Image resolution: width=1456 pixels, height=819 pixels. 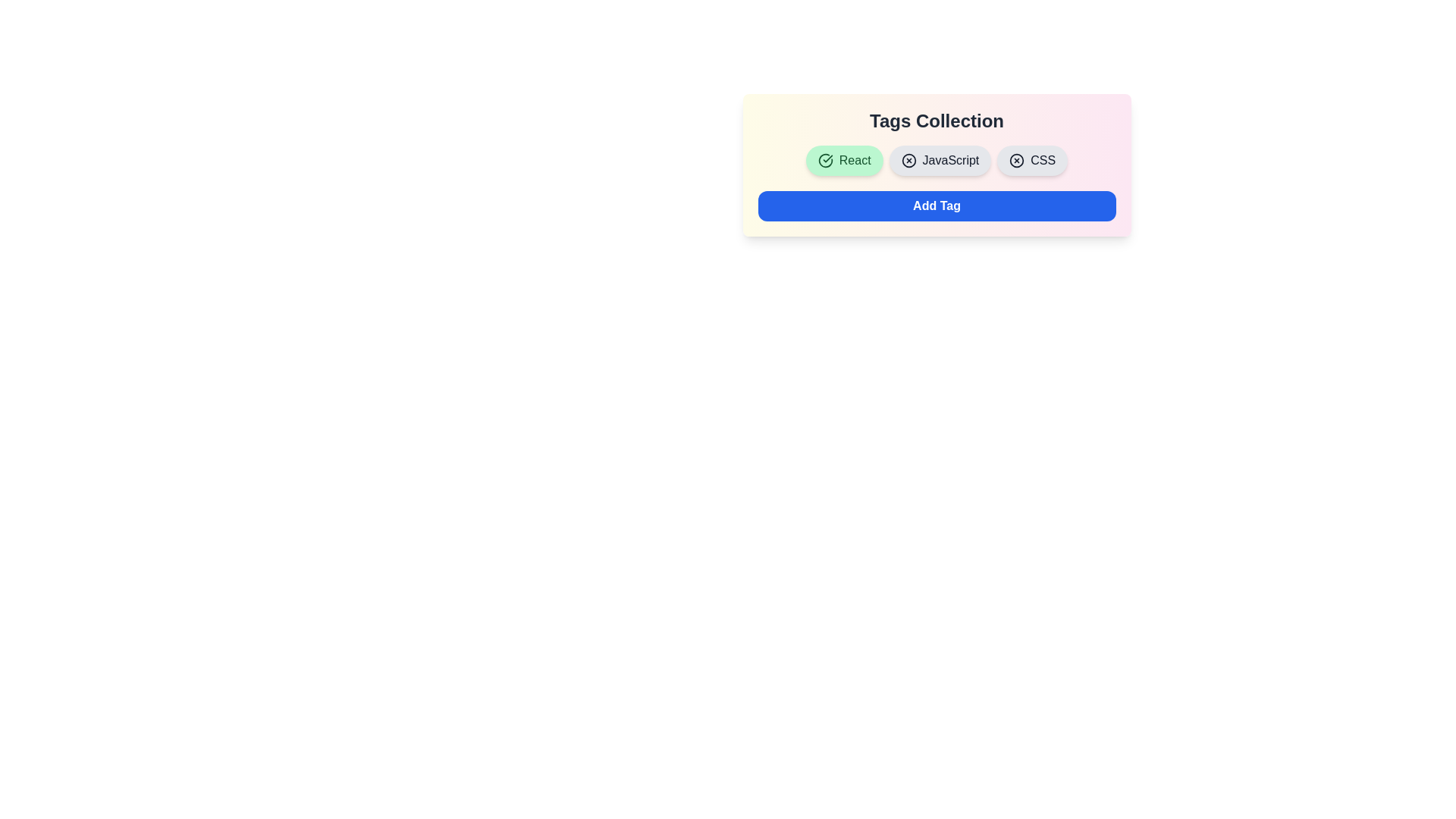 What do you see at coordinates (1031, 161) in the screenshot?
I see `the tag labeled CSS` at bounding box center [1031, 161].